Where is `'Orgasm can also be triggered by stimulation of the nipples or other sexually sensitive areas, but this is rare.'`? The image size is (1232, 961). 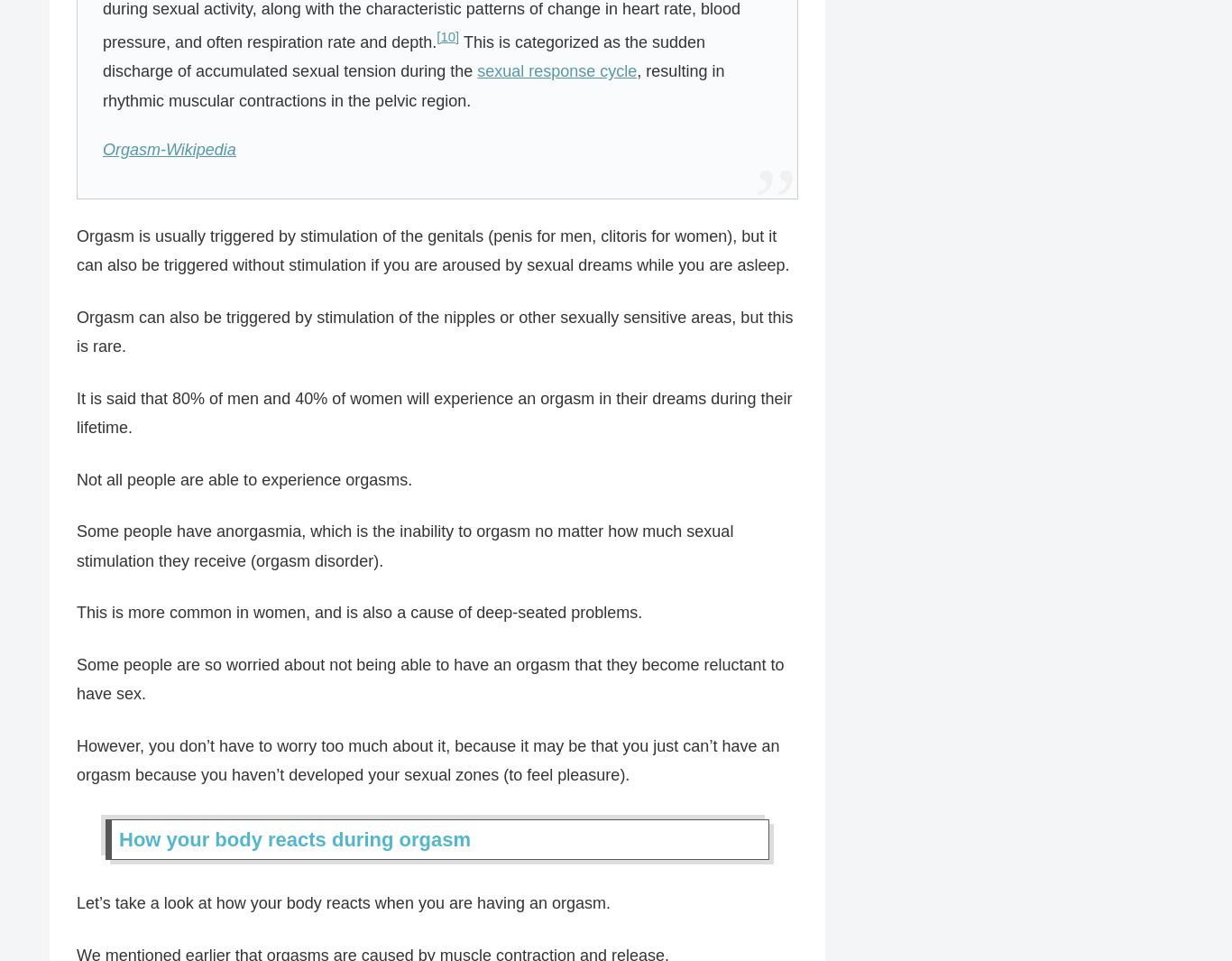
'Orgasm can also be triggered by stimulation of the nipples or other sexually sensitive areas, but this is rare.' is located at coordinates (435, 330).